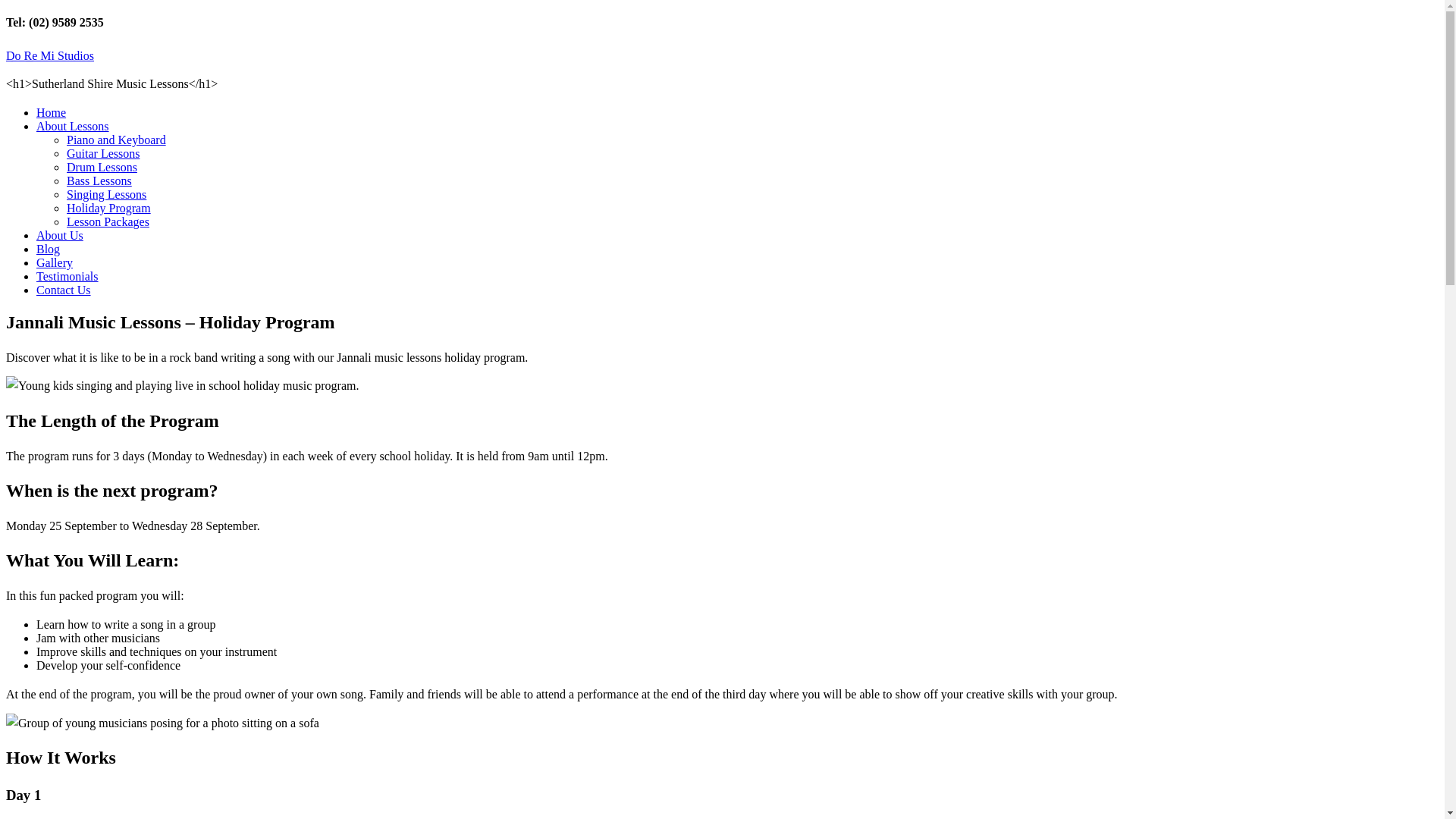  What do you see at coordinates (98, 180) in the screenshot?
I see `'Bass Lessons'` at bounding box center [98, 180].